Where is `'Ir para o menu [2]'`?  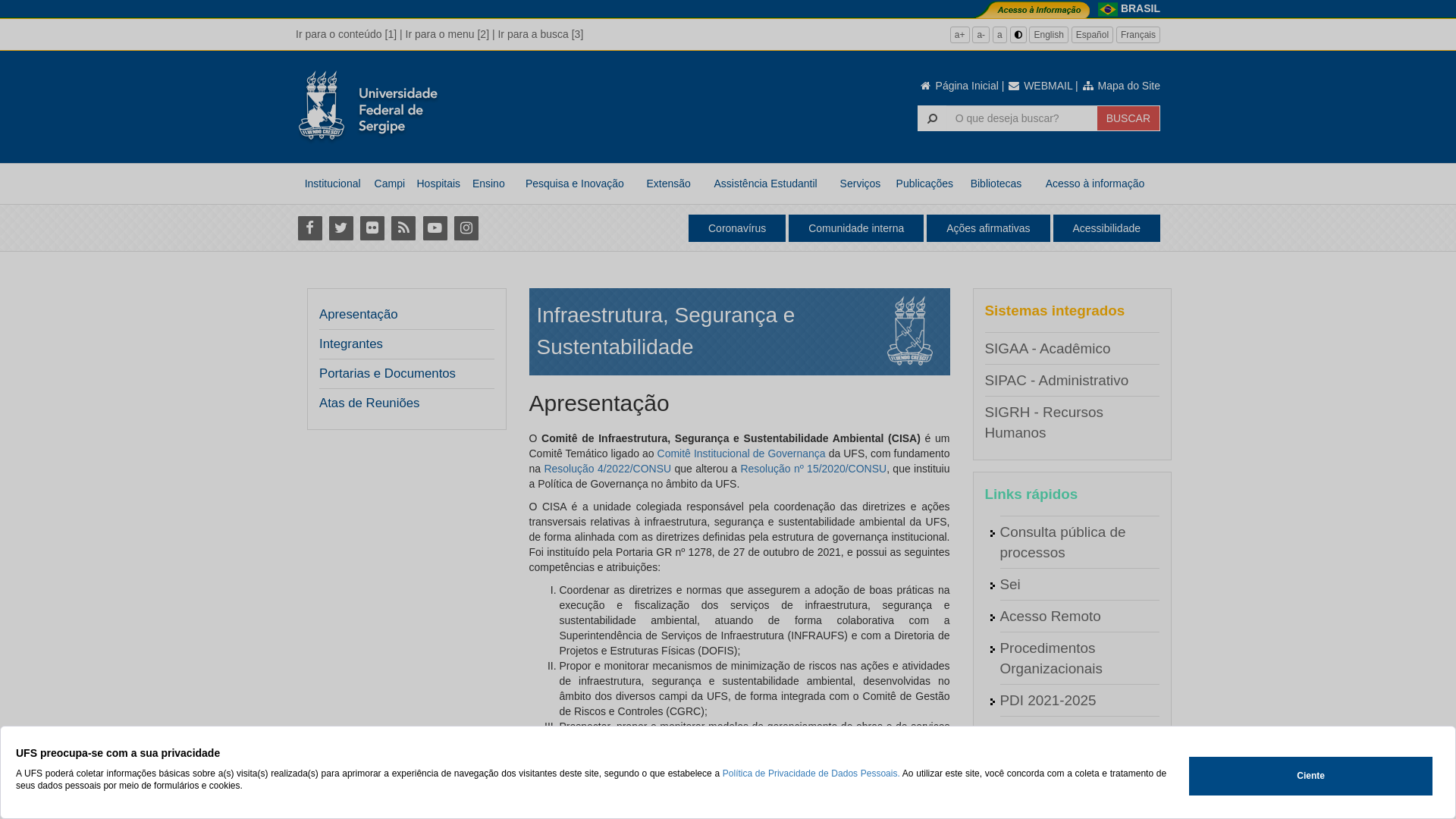
'Ir para o menu [2]' is located at coordinates (405, 34).